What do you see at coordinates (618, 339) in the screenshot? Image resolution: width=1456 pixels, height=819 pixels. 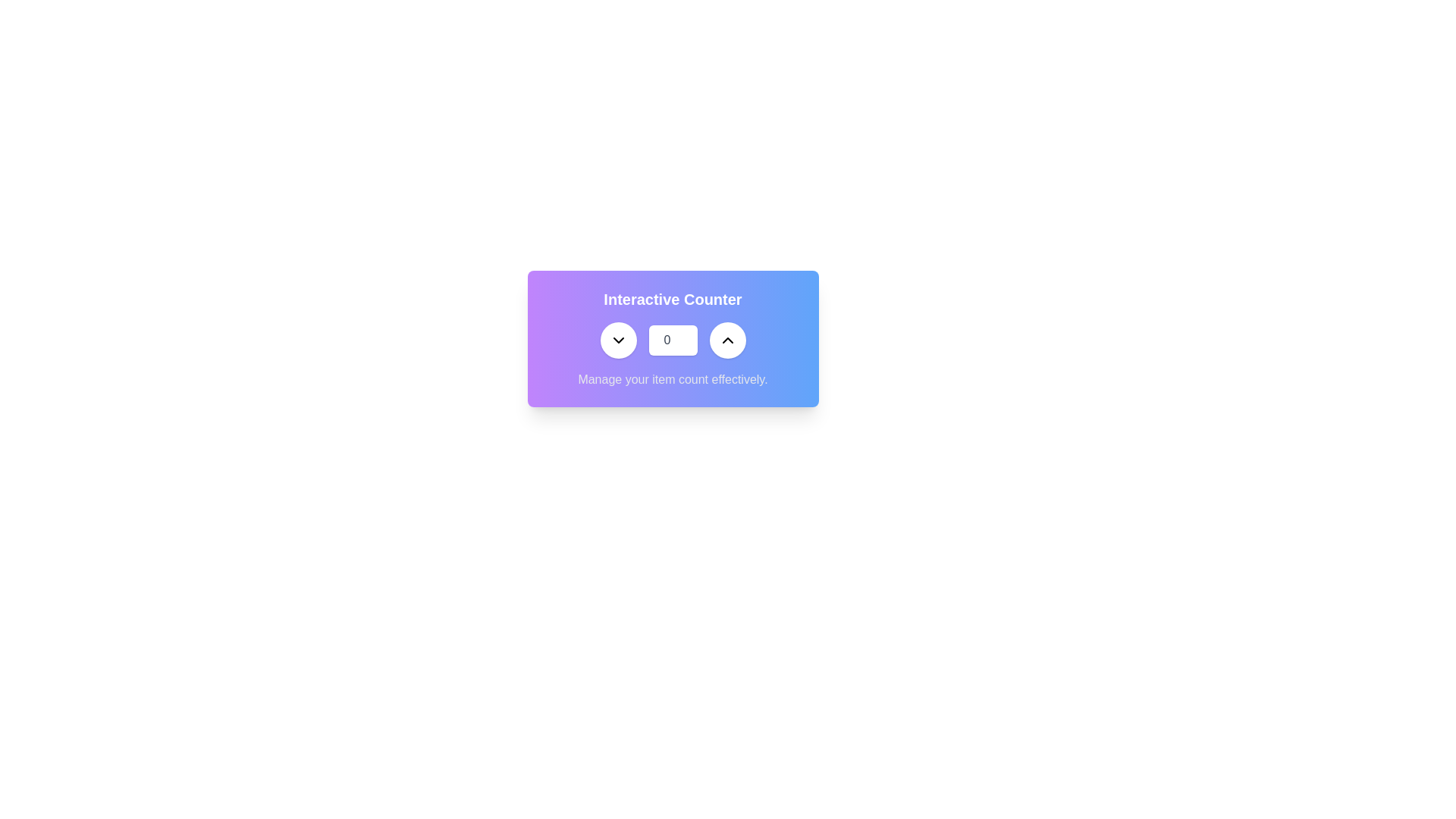 I see `the Dropdown trigger button, which is represented as a downward-pointing arrow symbol on a white circular background` at bounding box center [618, 339].